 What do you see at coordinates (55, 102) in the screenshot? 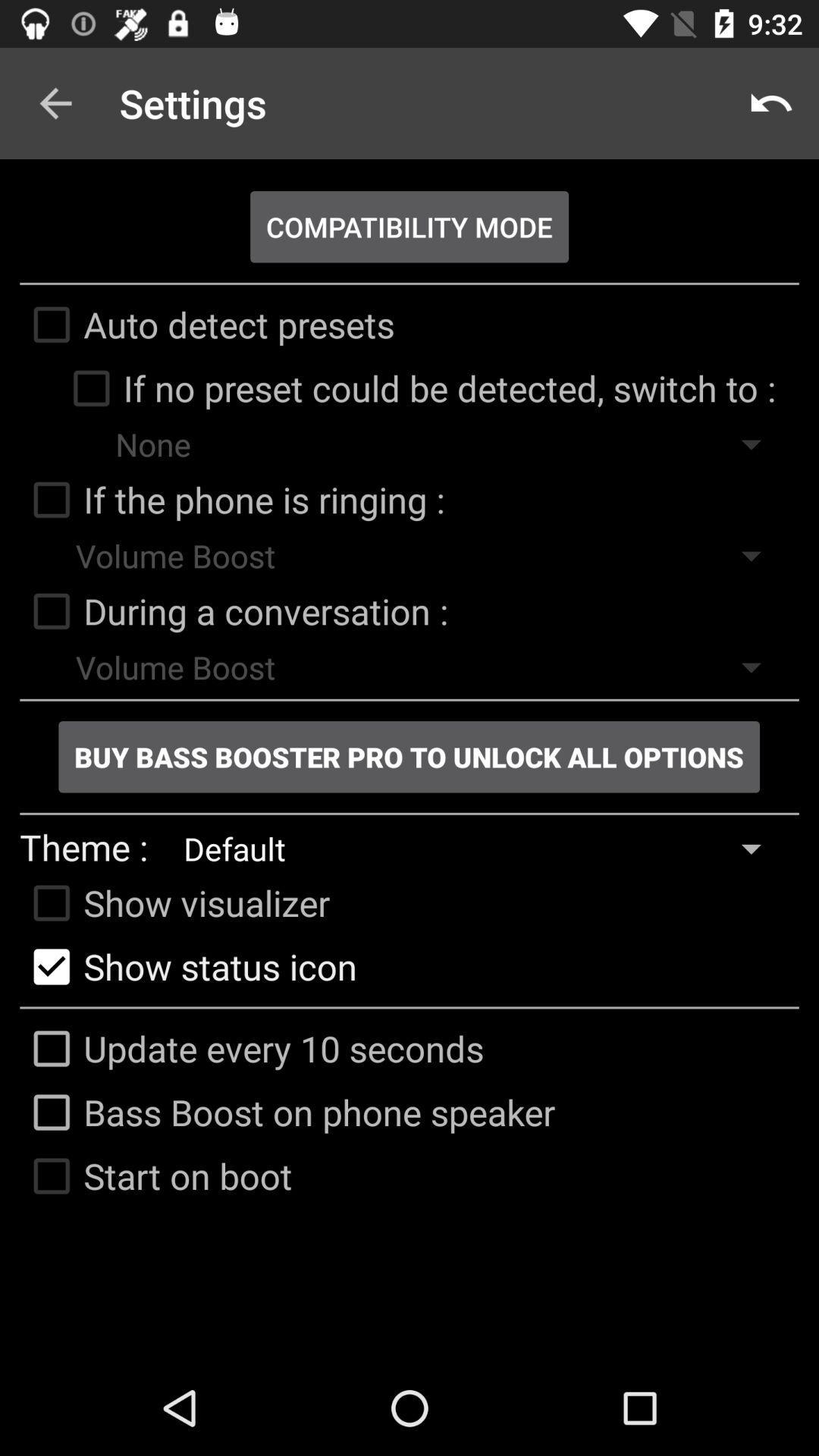
I see `item next to settings icon` at bounding box center [55, 102].